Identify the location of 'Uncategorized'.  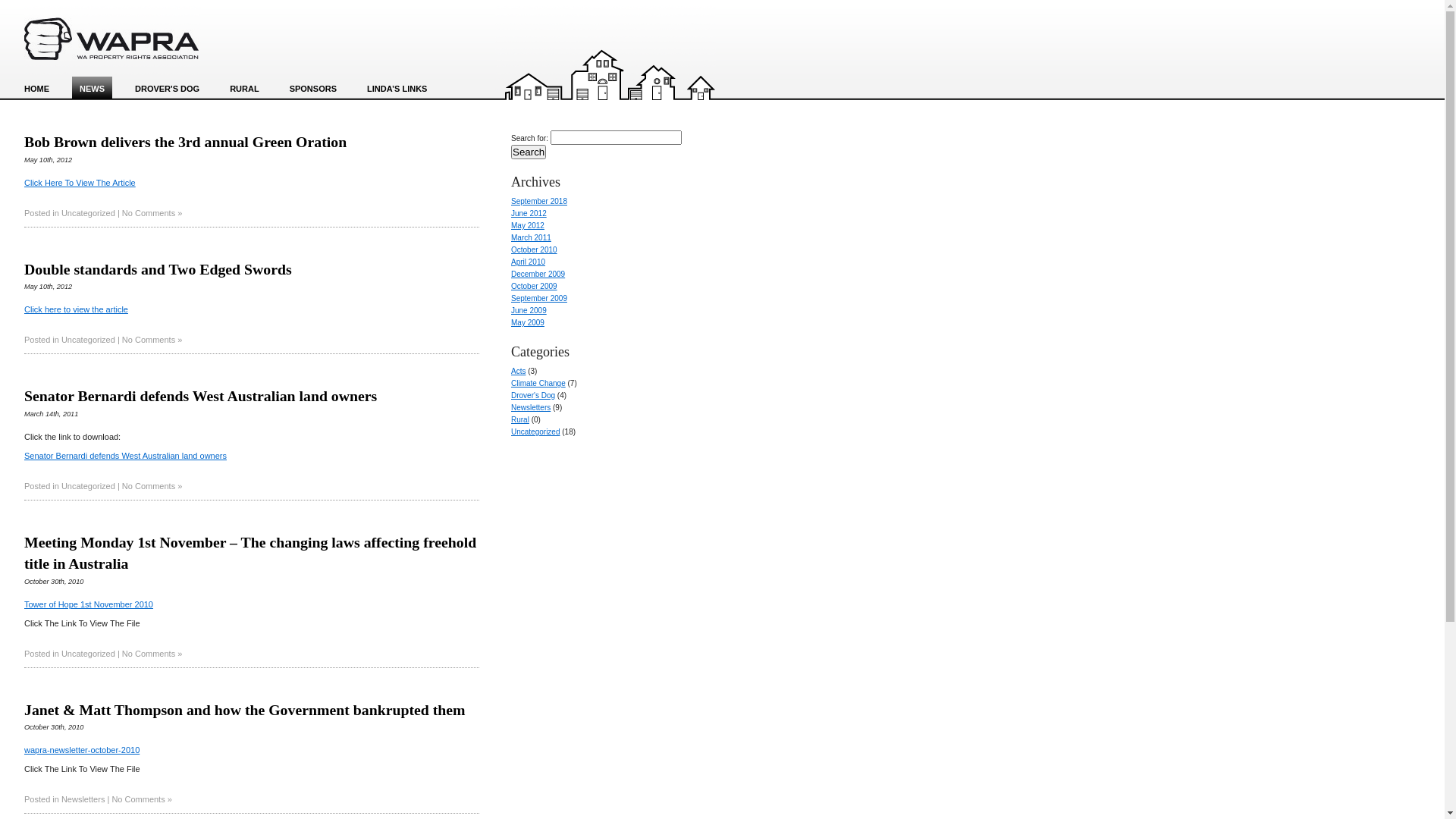
(87, 213).